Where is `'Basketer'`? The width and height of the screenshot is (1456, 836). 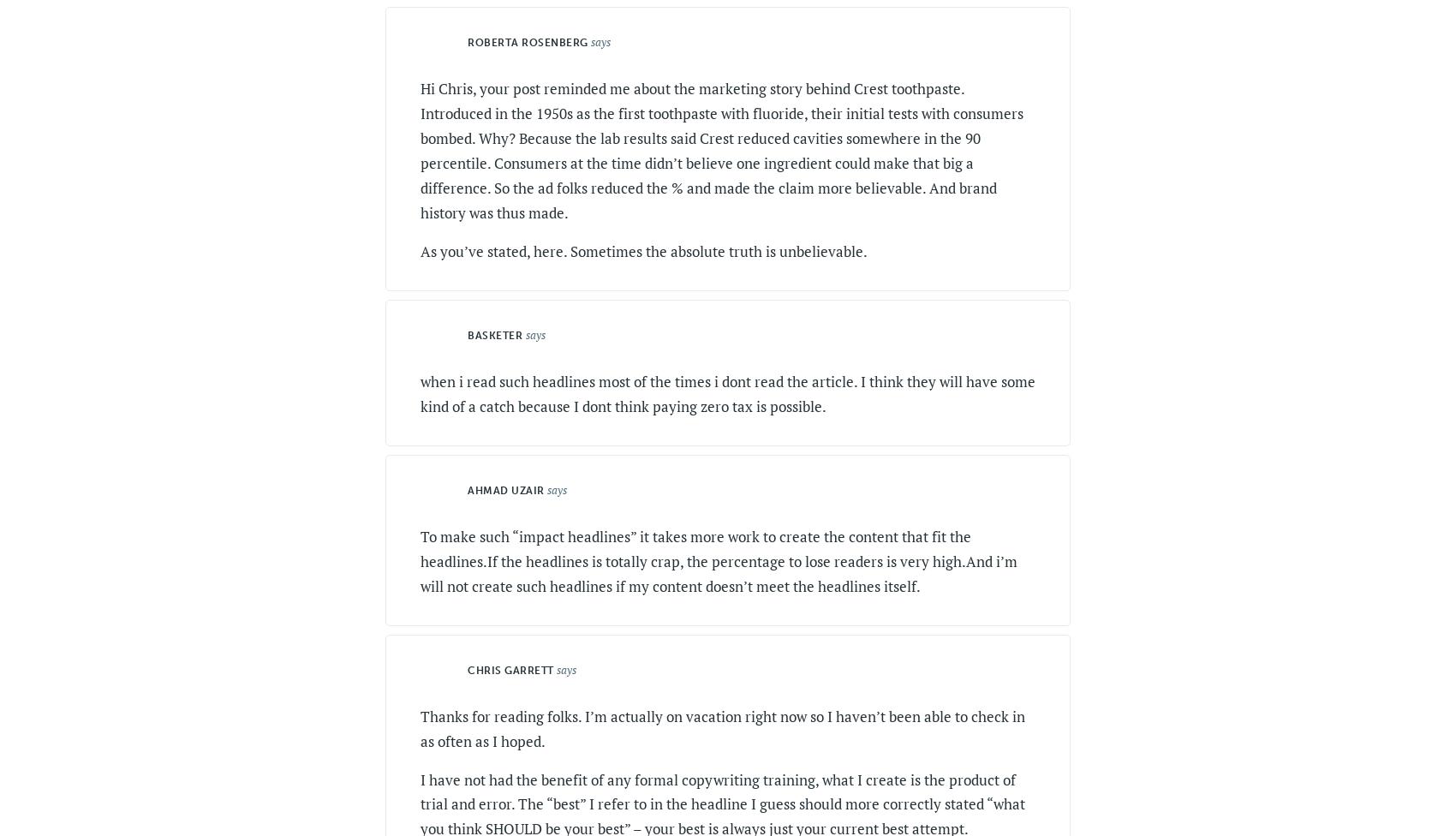
'Basketer' is located at coordinates (494, 333).